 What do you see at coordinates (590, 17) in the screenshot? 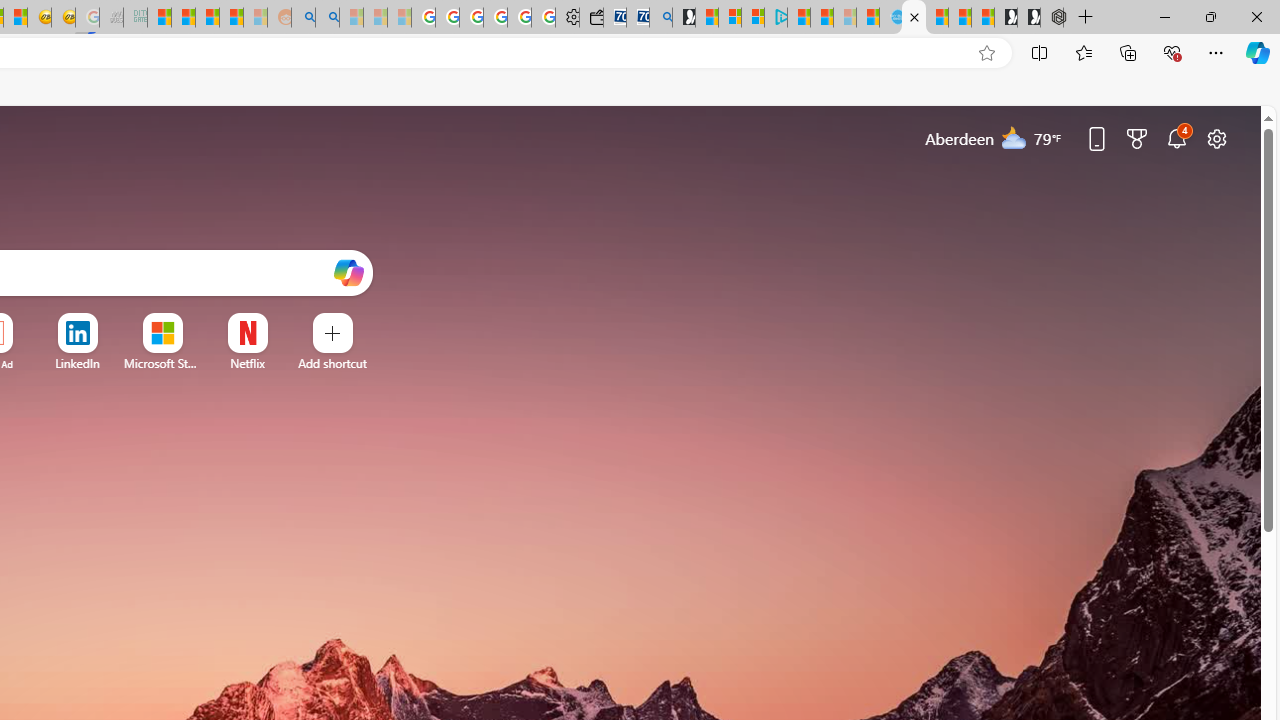
I see `'Wallet'` at bounding box center [590, 17].